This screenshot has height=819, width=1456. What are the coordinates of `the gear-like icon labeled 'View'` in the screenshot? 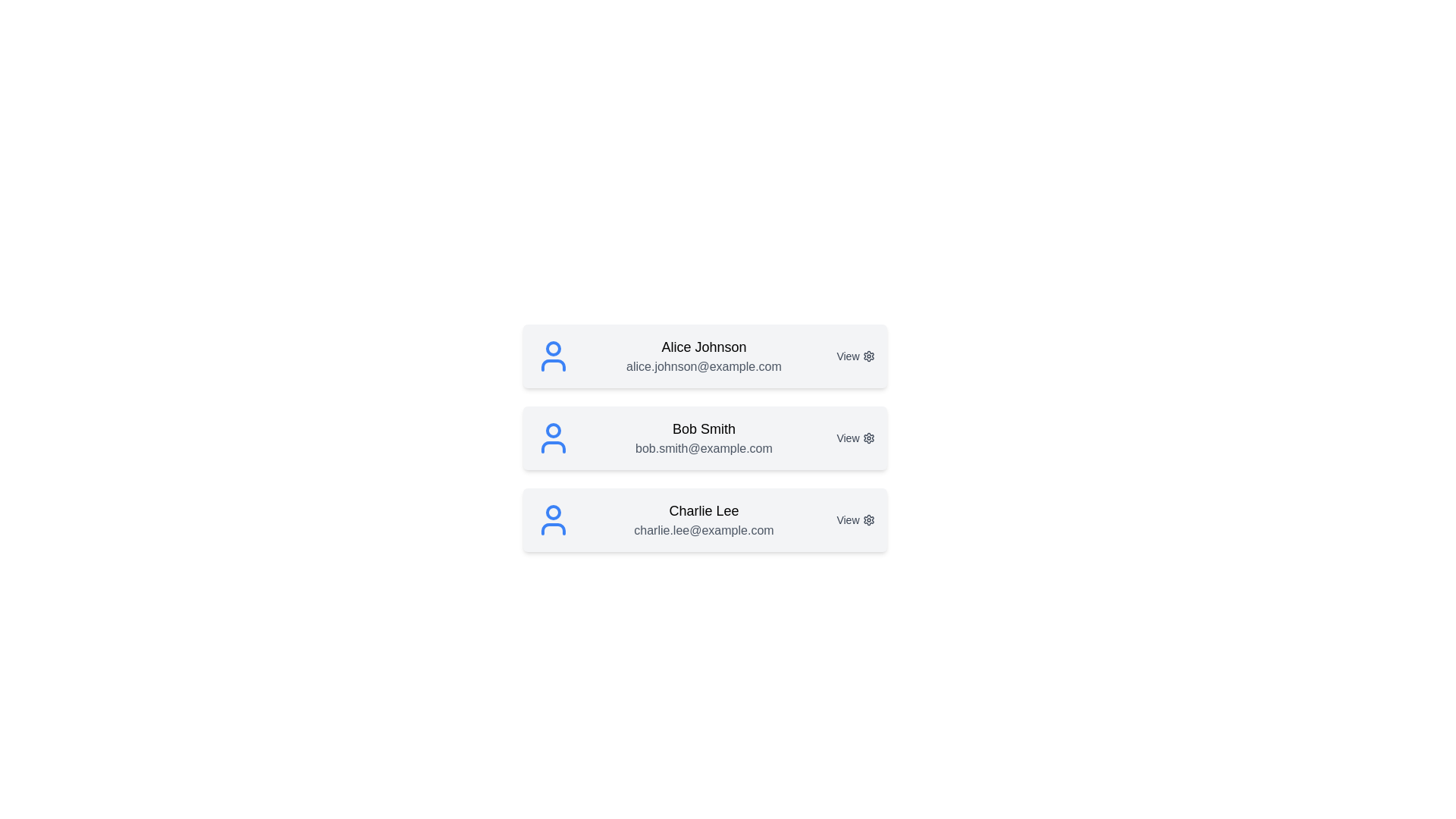 It's located at (868, 438).